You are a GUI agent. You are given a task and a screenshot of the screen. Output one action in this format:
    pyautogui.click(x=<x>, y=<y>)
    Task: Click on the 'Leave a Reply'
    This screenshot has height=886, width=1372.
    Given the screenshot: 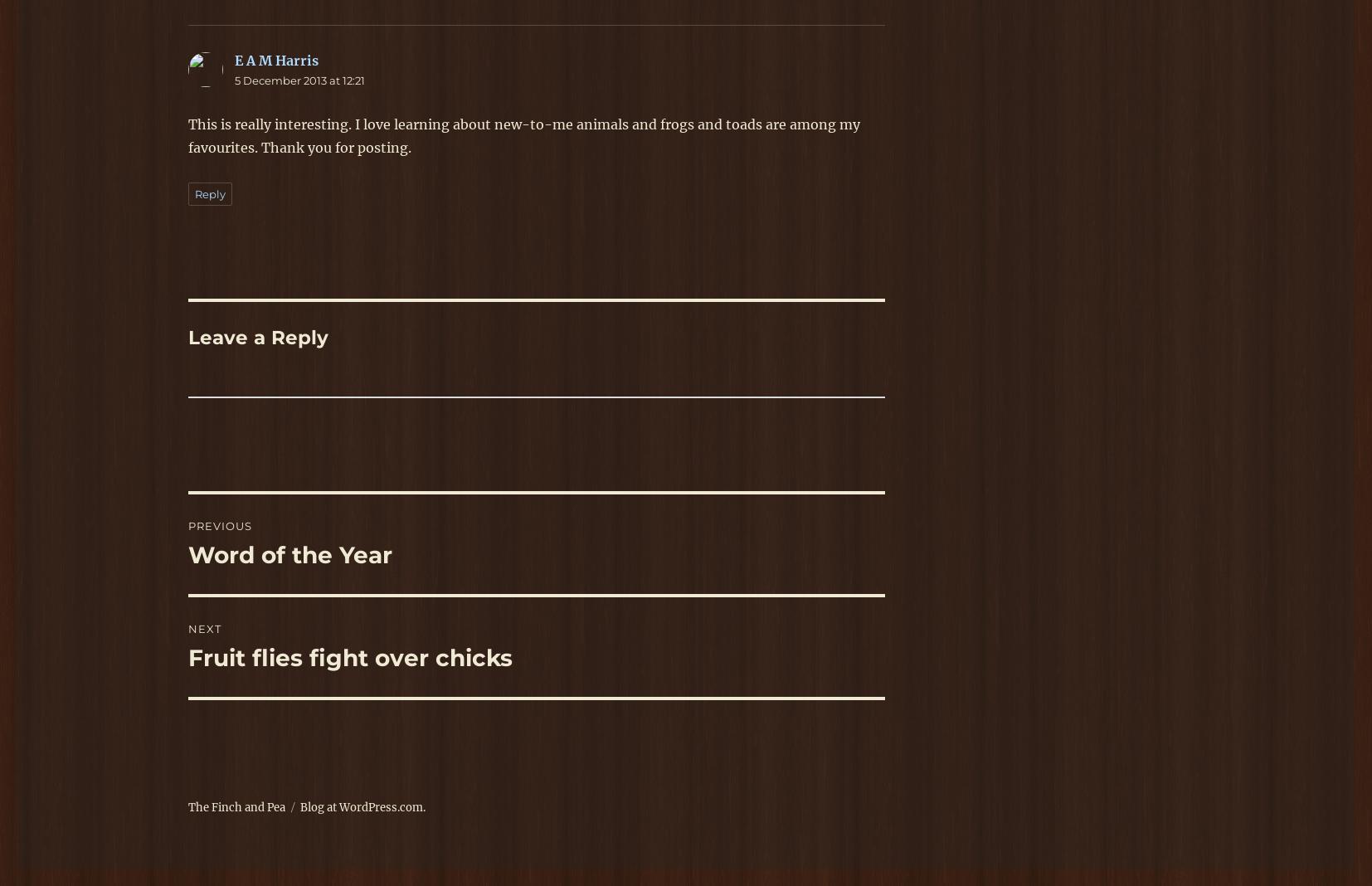 What is the action you would take?
    pyautogui.click(x=257, y=338)
    